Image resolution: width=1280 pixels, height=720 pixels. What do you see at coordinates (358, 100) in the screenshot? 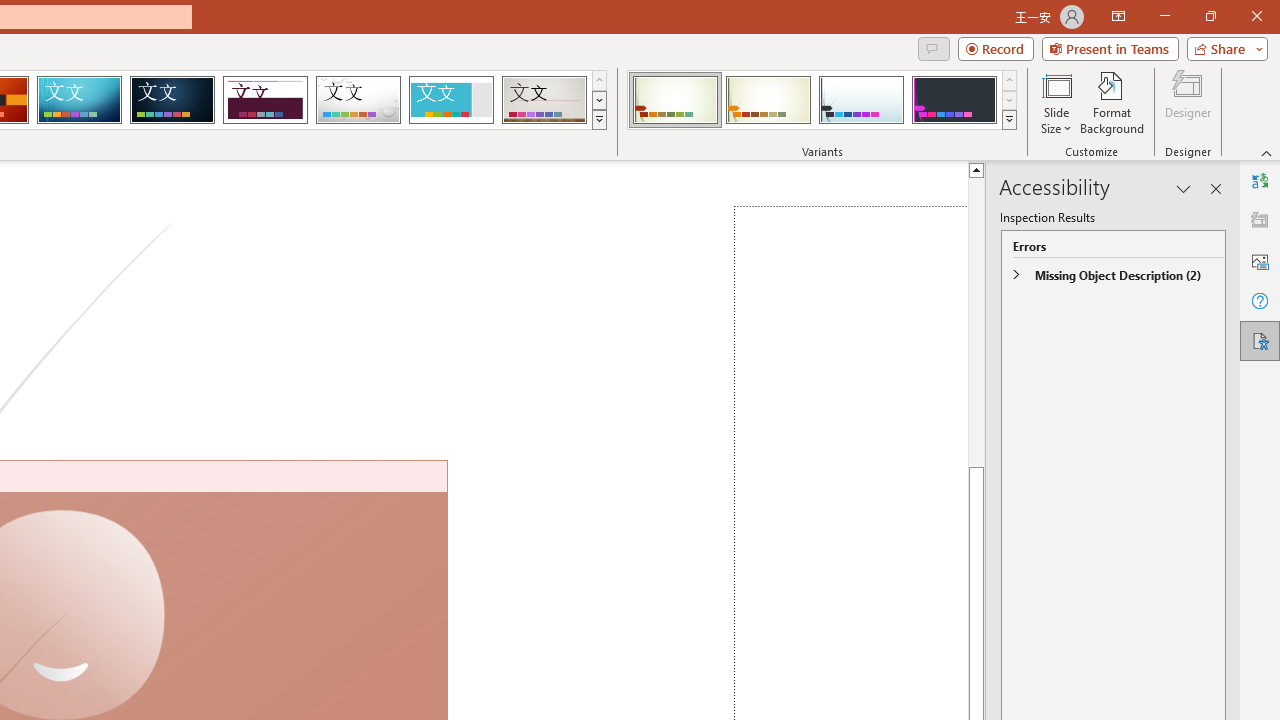
I see `'Droplet'` at bounding box center [358, 100].